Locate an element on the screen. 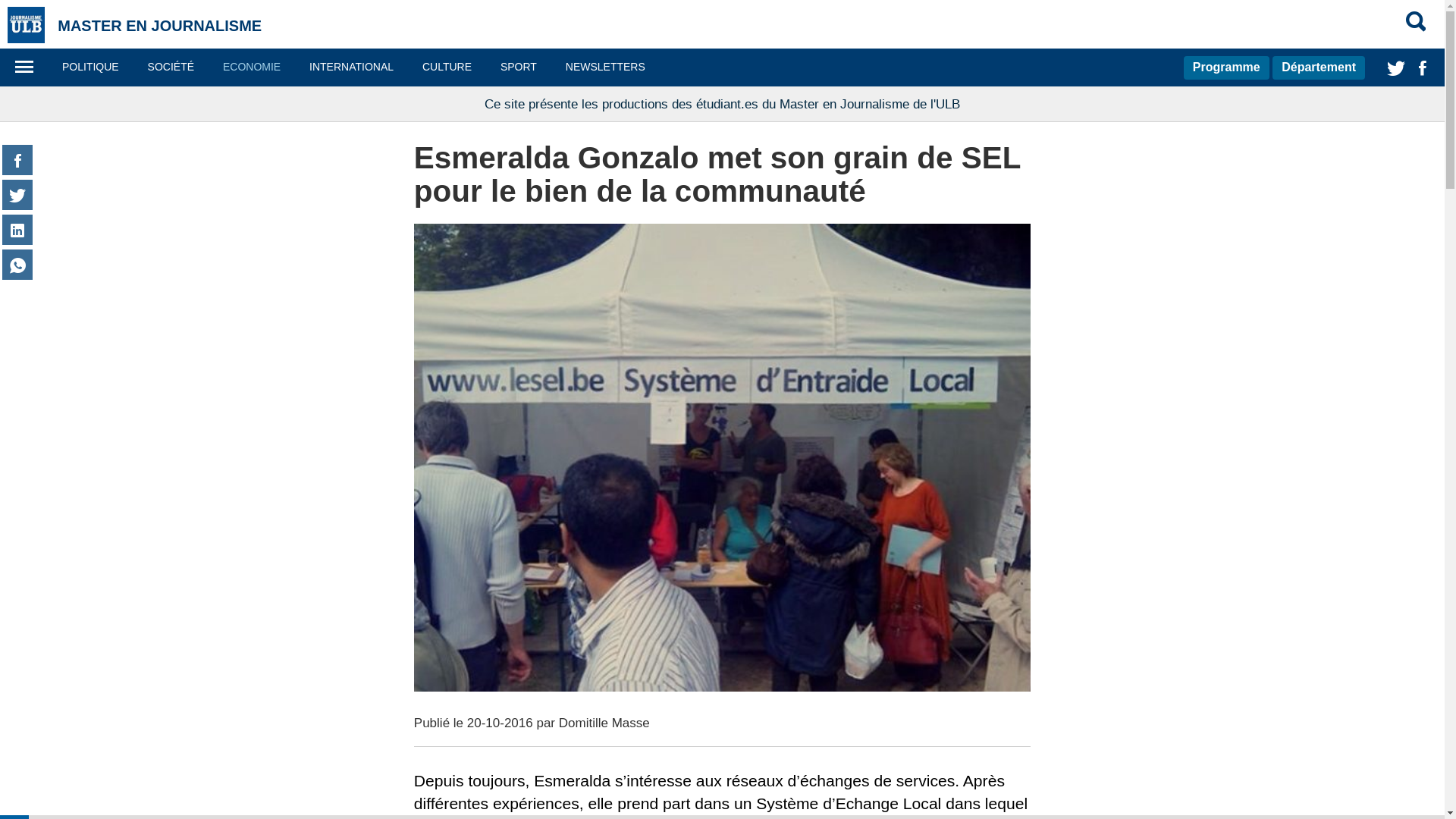 The image size is (1456, 819). 'INTERNATIONAL' is located at coordinates (296, 66).